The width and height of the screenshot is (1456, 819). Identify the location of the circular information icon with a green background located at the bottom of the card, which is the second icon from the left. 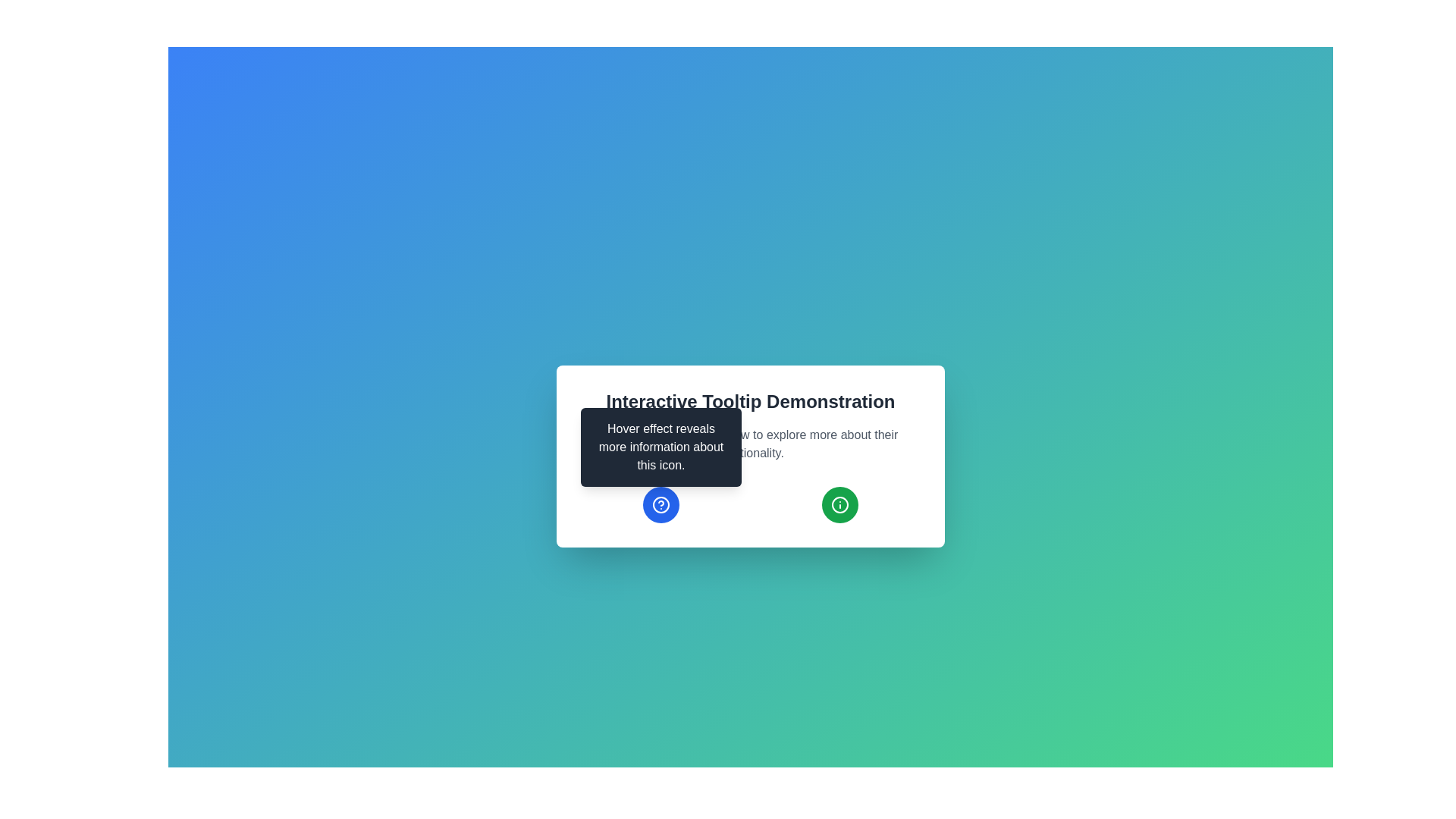
(839, 505).